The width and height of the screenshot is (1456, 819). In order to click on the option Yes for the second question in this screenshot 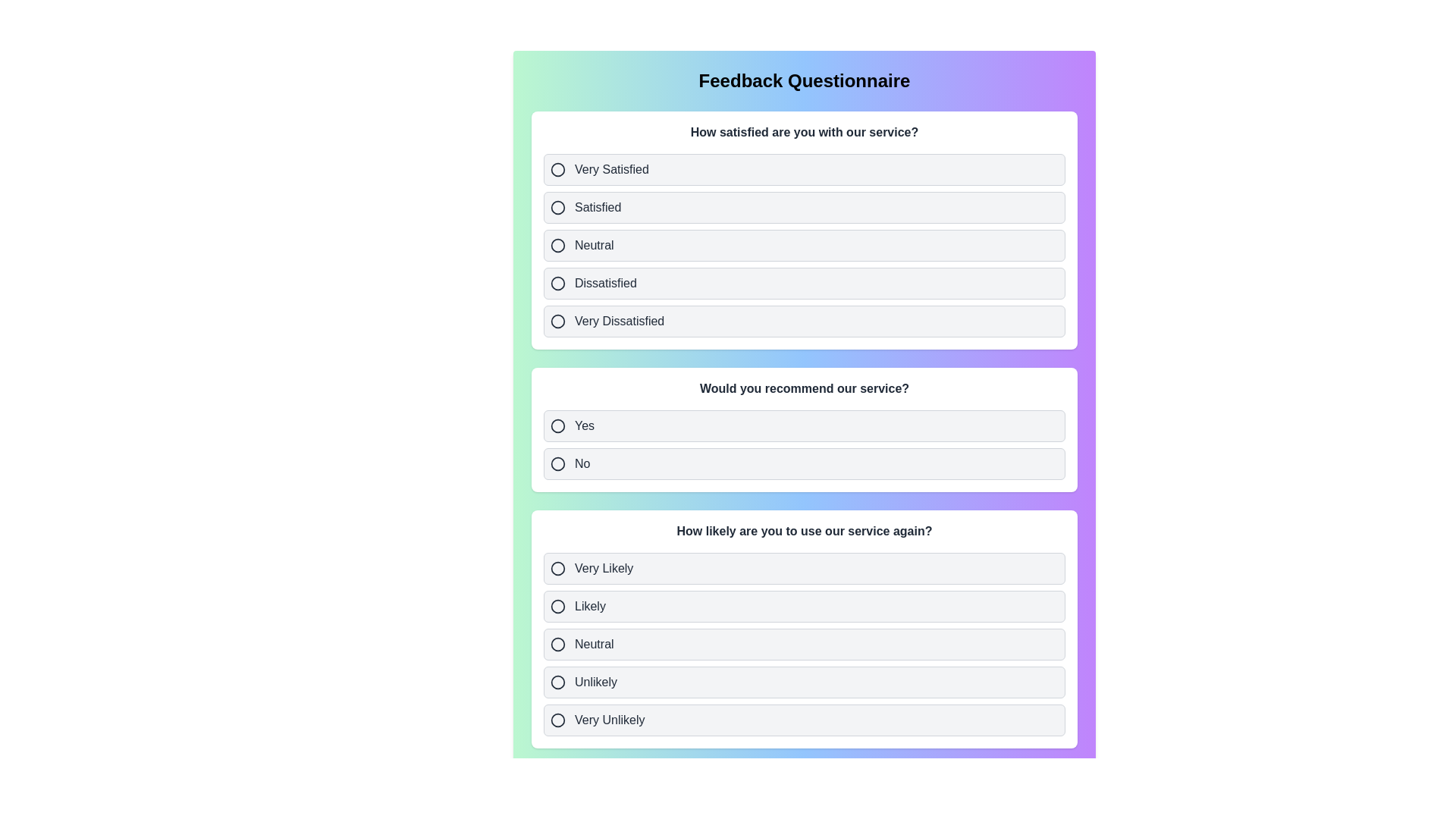, I will do `click(803, 426)`.